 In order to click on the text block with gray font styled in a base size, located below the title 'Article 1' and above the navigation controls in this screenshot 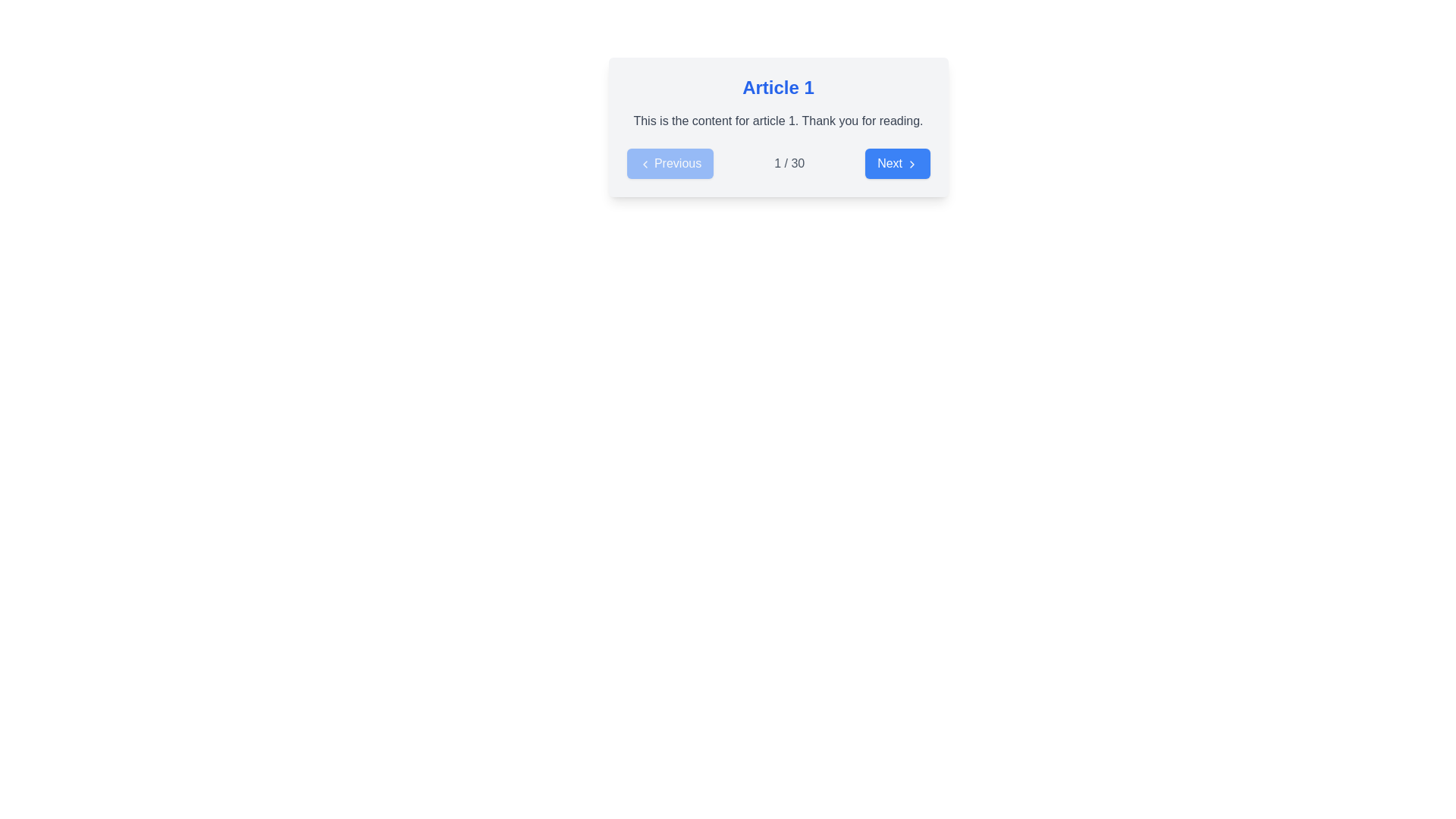, I will do `click(778, 120)`.